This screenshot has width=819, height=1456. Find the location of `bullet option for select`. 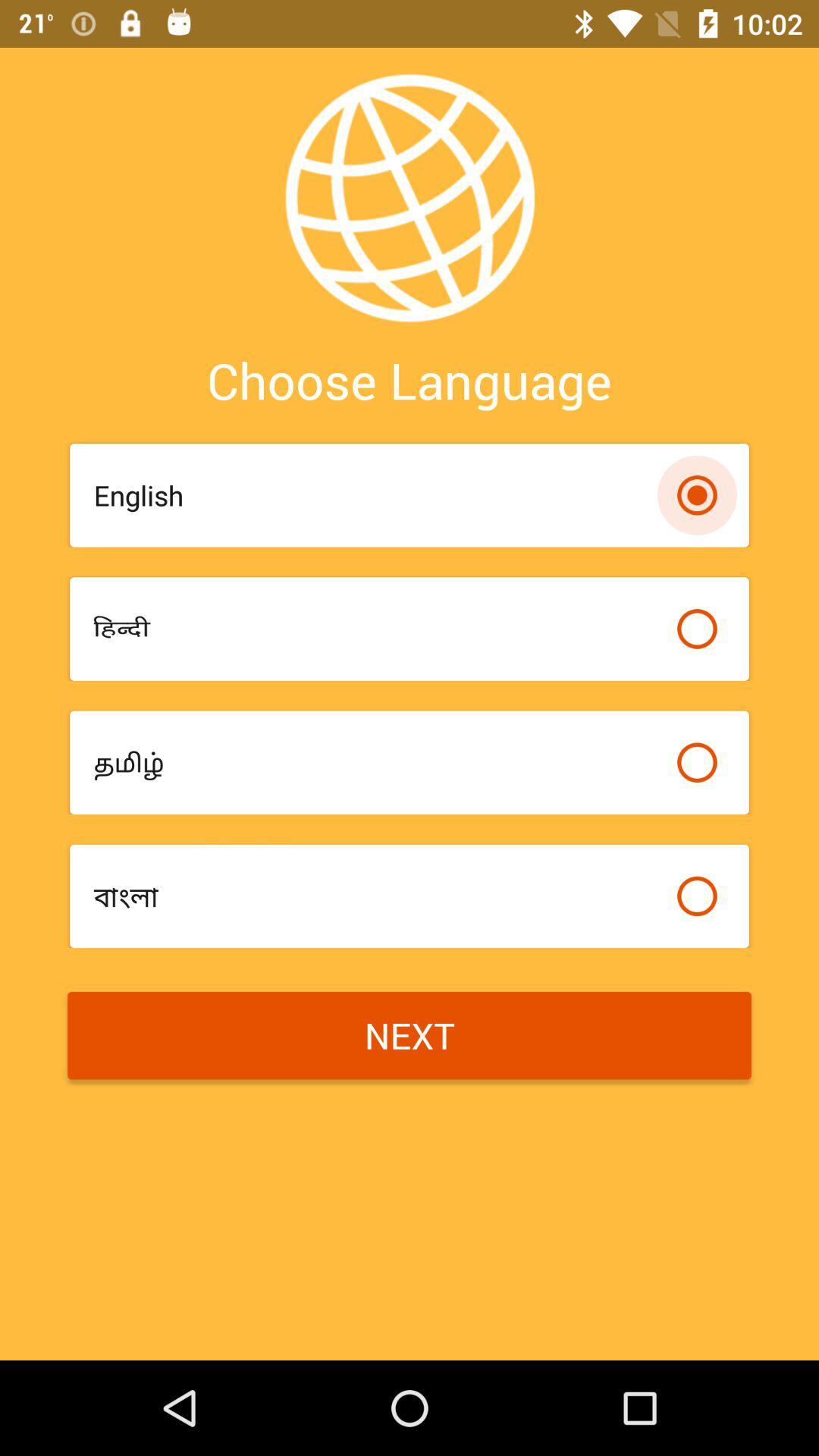

bullet option for select is located at coordinates (697, 896).